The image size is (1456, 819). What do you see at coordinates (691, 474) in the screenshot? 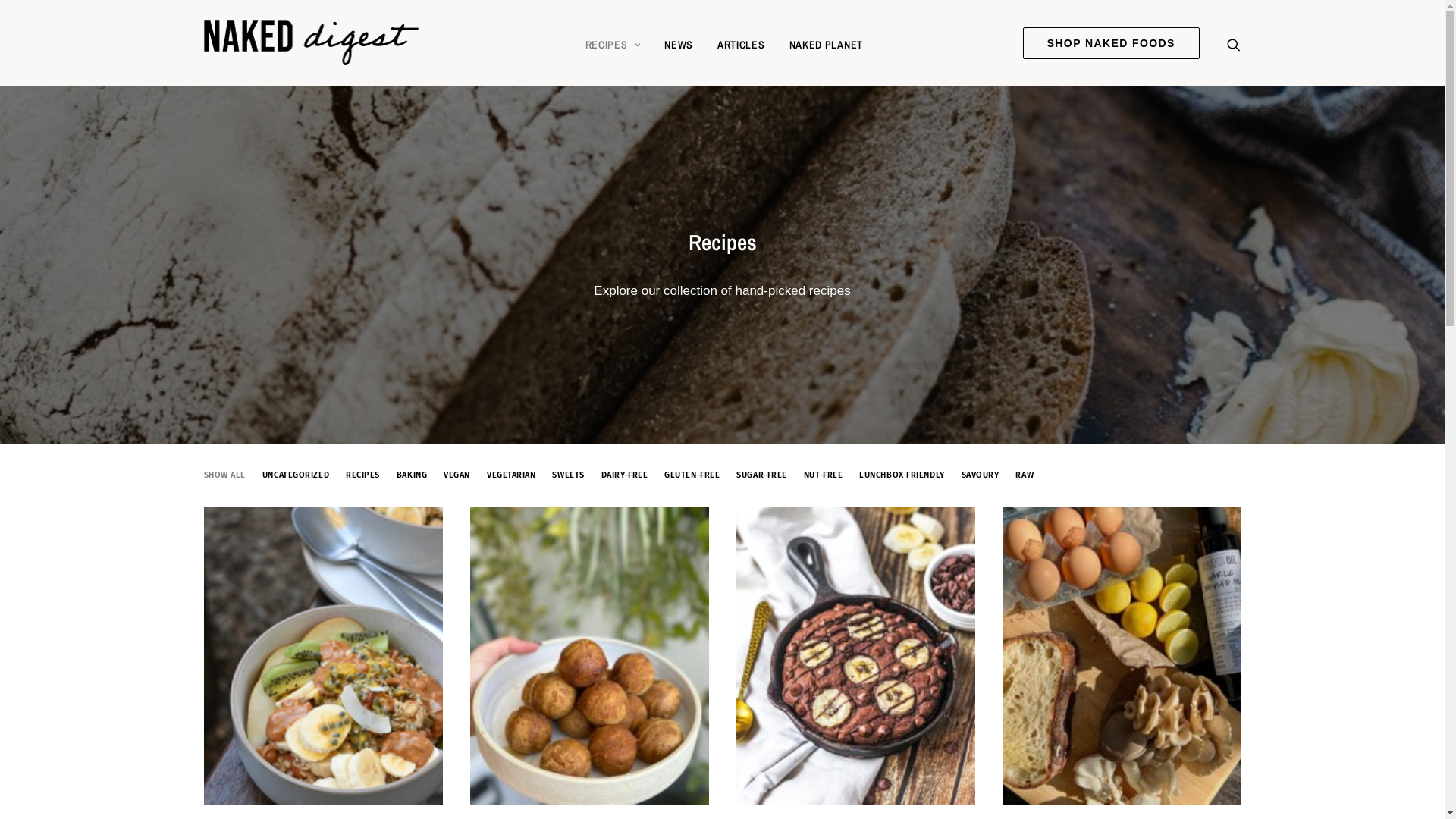
I see `'GLUTEN-FREE'` at bounding box center [691, 474].